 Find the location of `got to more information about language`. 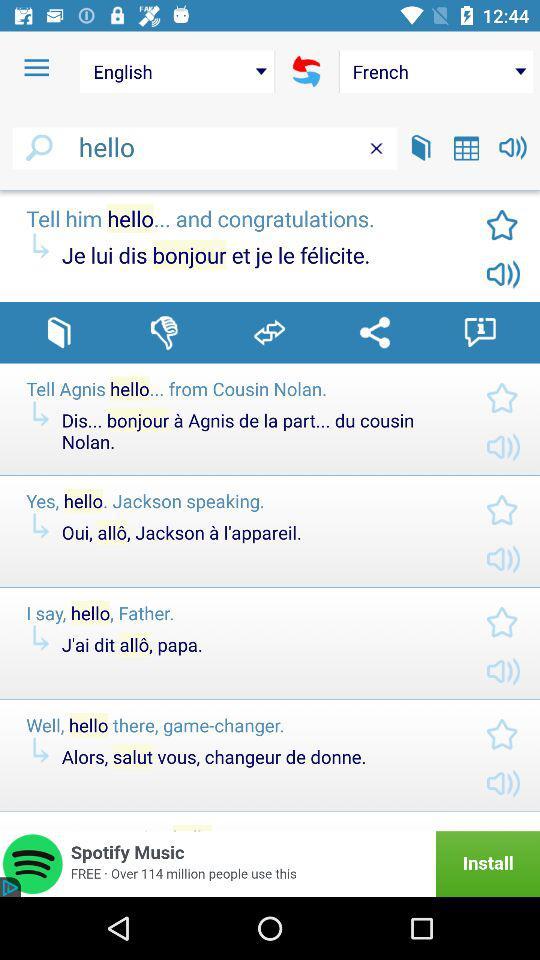

got to more information about language is located at coordinates (479, 332).